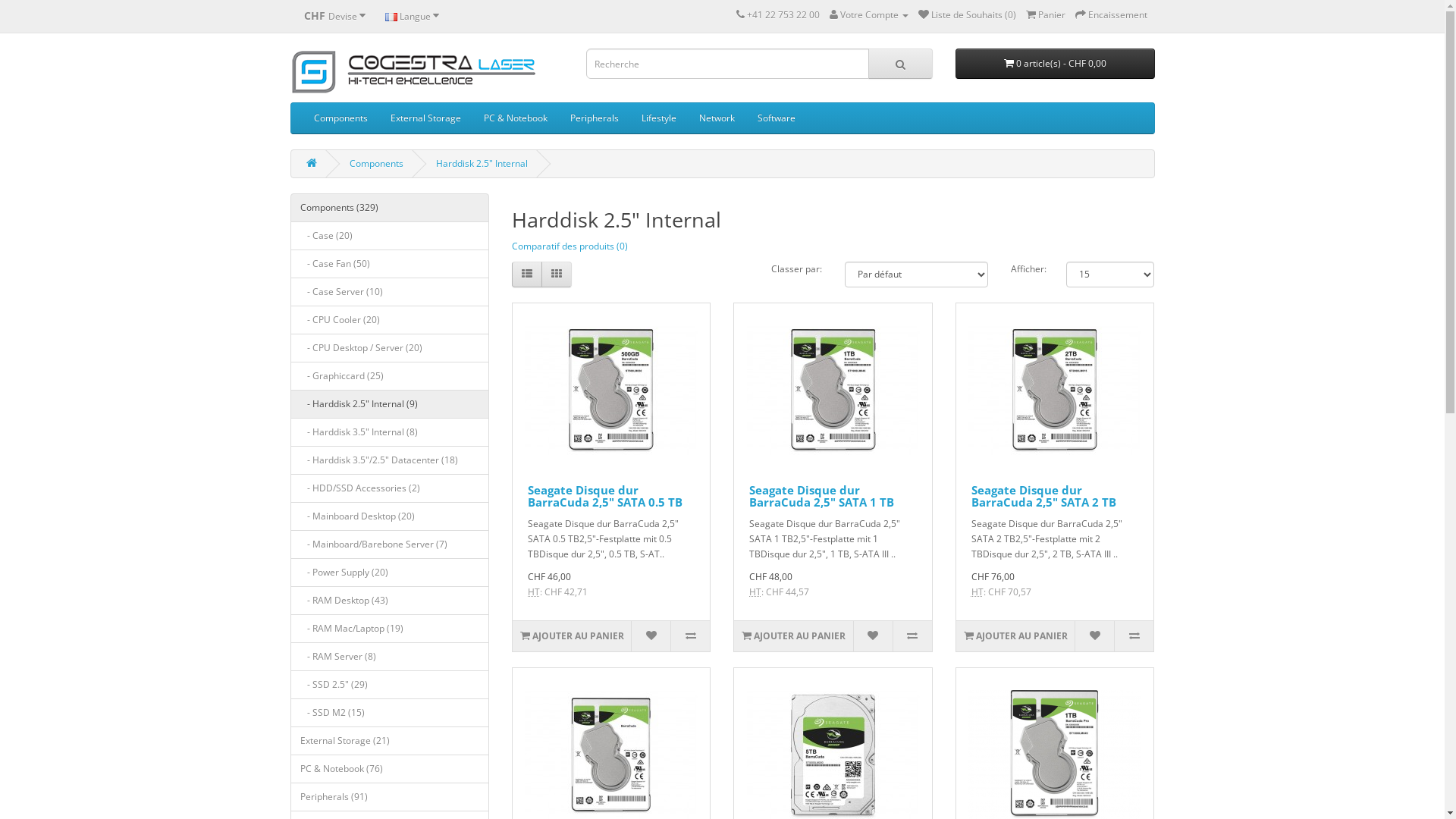  What do you see at coordinates (389, 348) in the screenshot?
I see `'   - CPU Desktop / Server (20)'` at bounding box center [389, 348].